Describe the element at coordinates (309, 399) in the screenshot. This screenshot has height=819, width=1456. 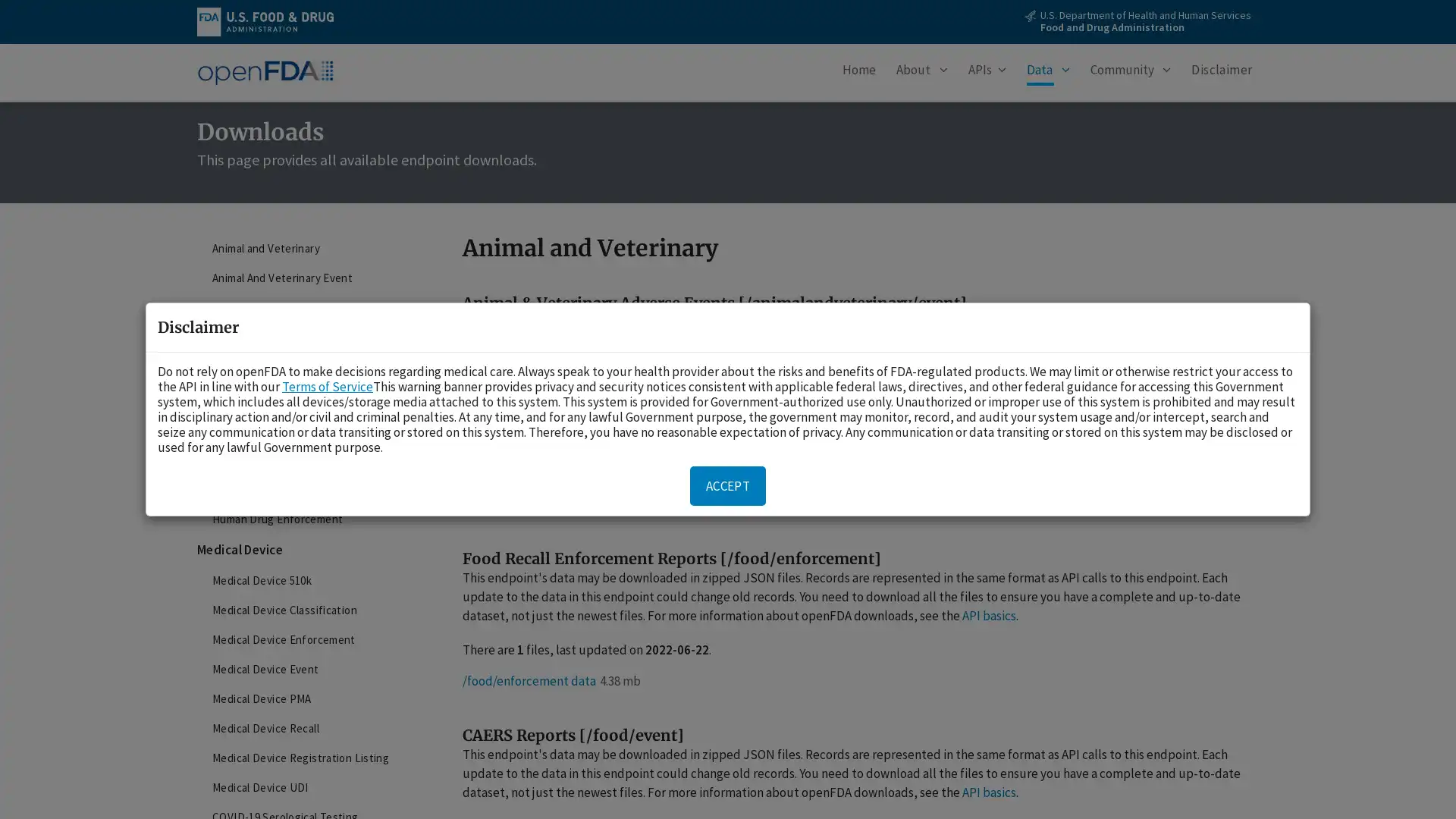
I see `Human Drug` at that location.